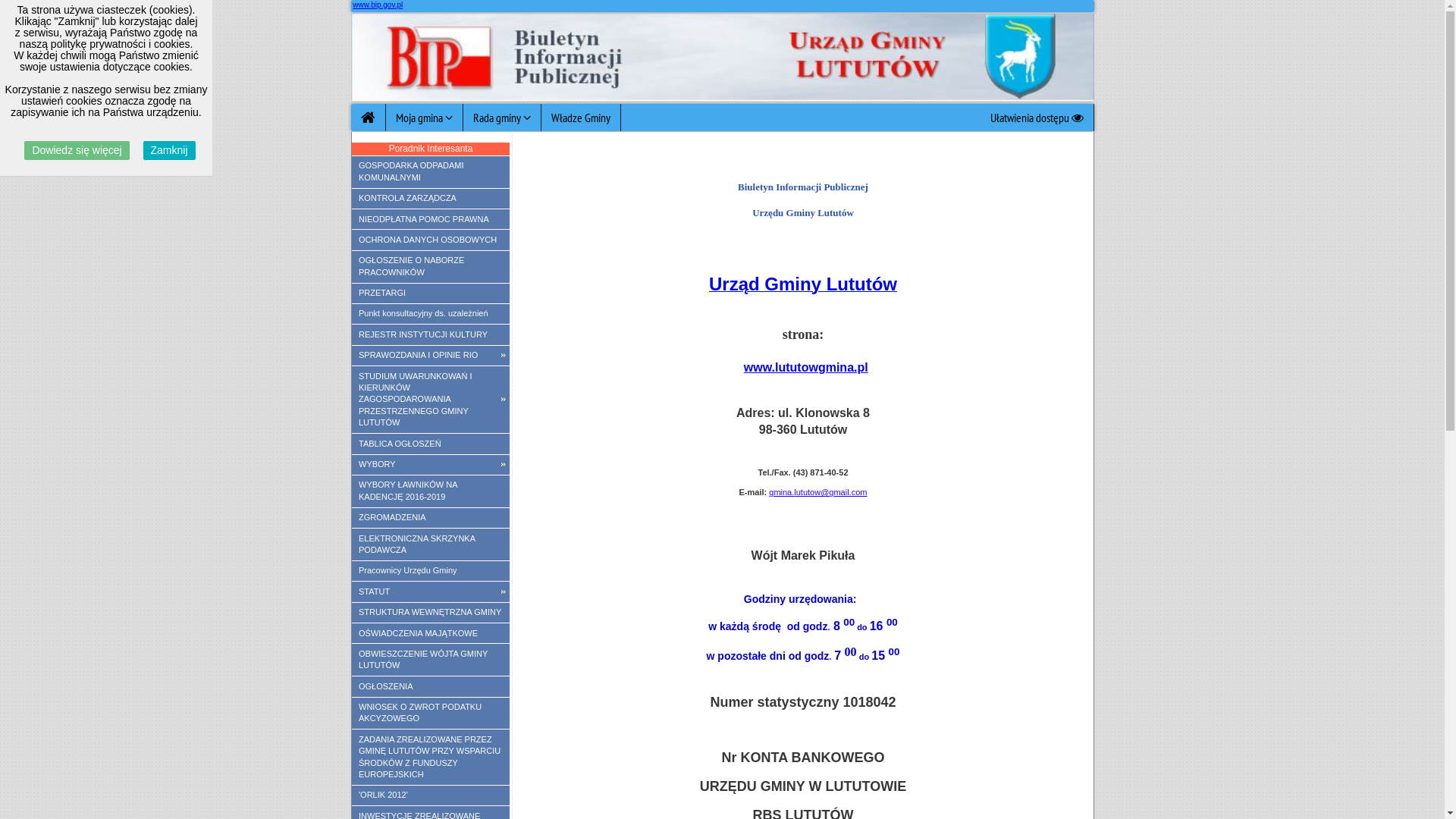  Describe the element at coordinates (781, 491) in the screenshot. I see `'gmina.'` at that location.